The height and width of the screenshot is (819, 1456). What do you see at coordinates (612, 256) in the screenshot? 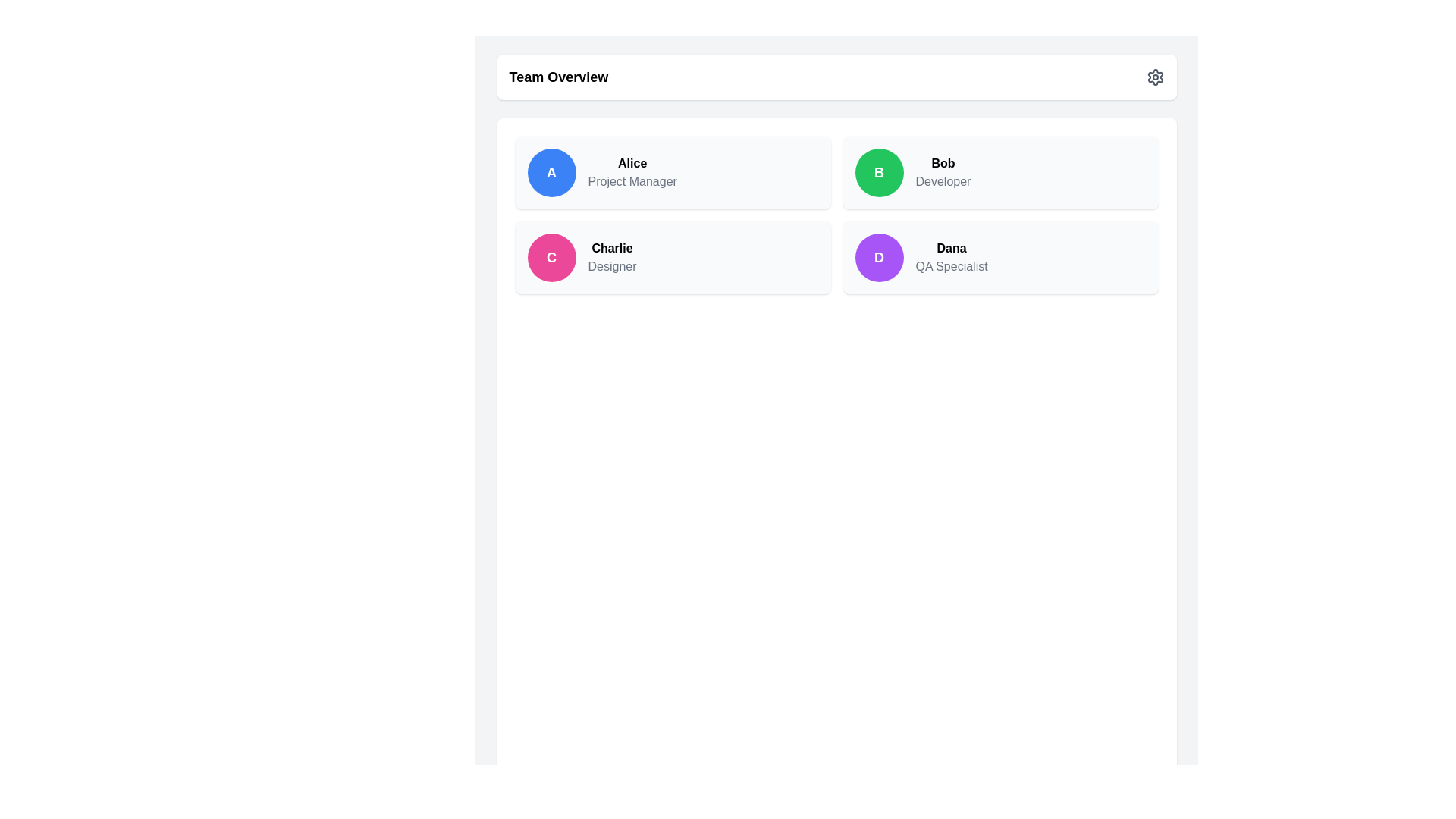
I see `the text display element that shows the name and role of a team member in the lower-left card of the 2x2 grid display in the 'Team Overview' section` at bounding box center [612, 256].